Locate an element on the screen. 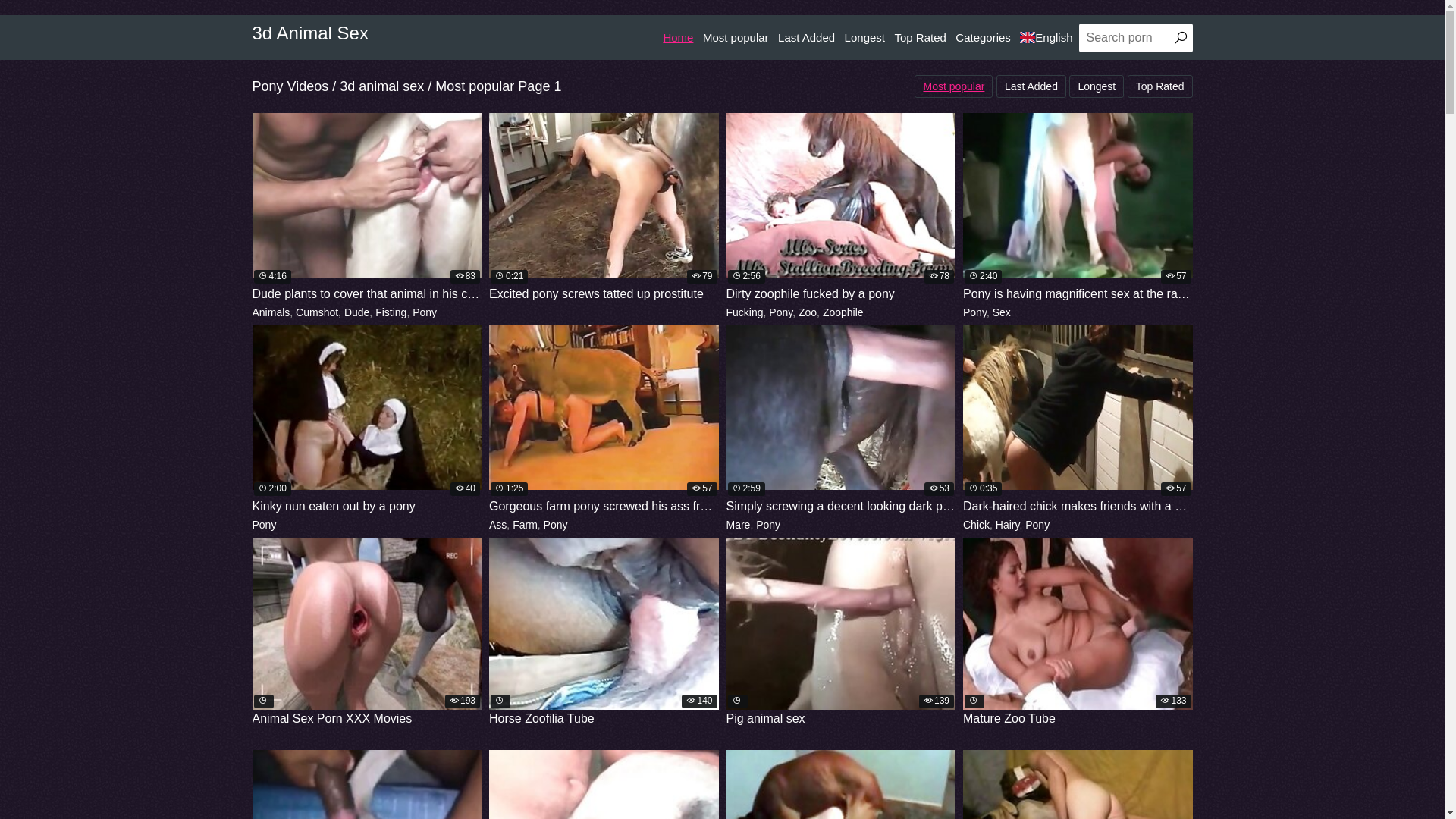  '2:59 is located at coordinates (840, 420).